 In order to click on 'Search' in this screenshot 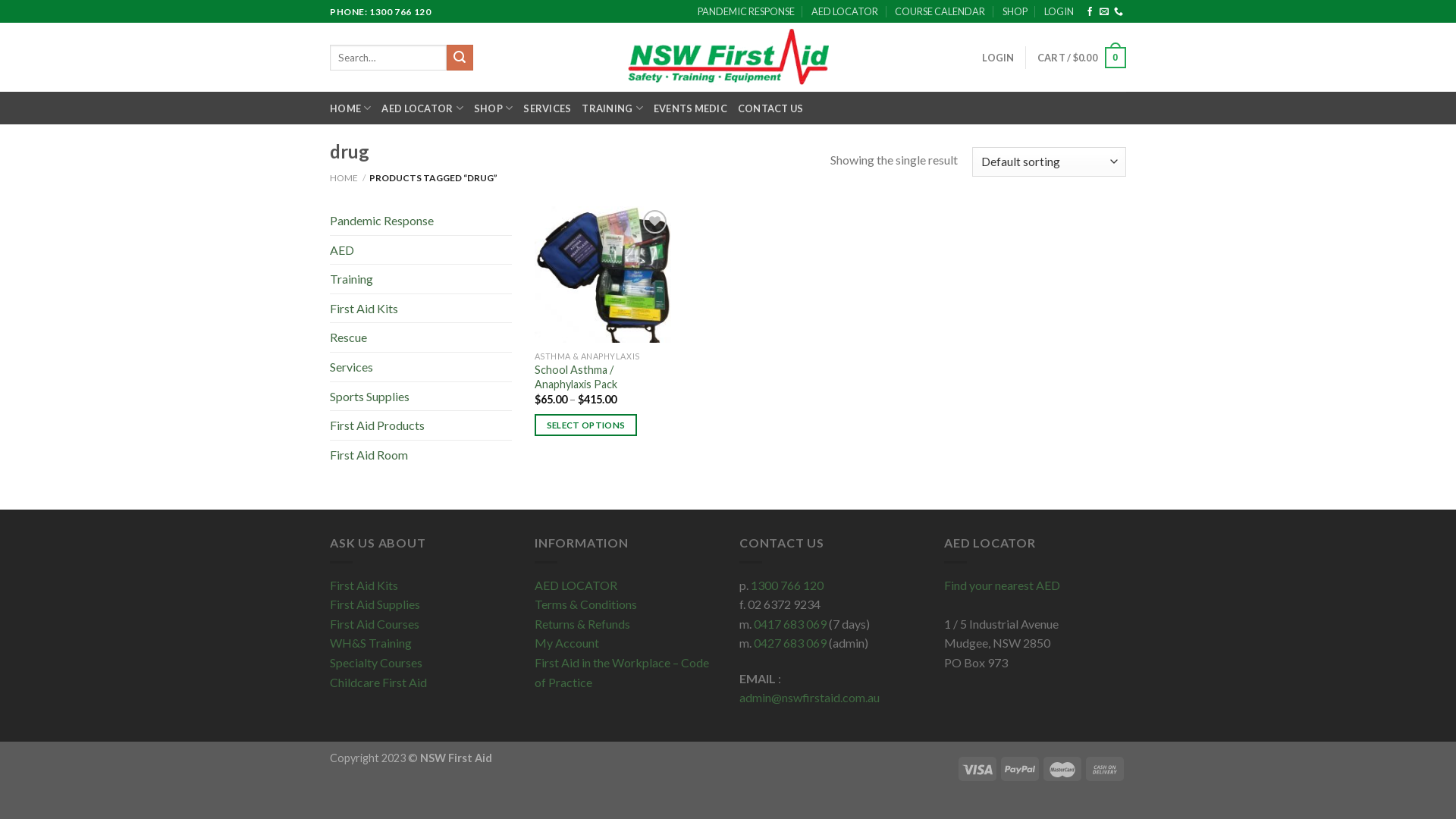, I will do `click(446, 57)`.